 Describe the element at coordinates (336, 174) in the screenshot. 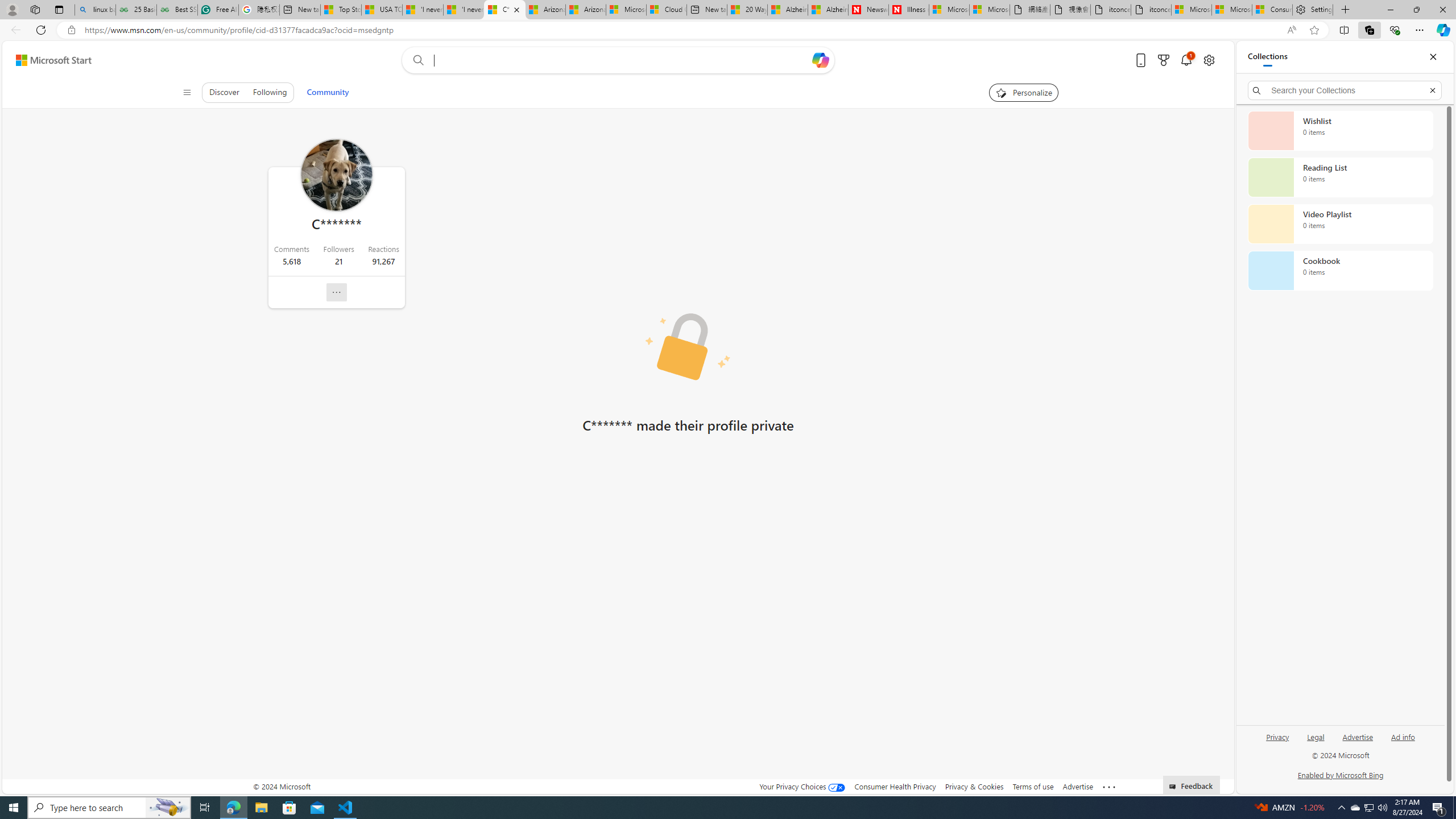

I see `'Profile Picture'` at that location.